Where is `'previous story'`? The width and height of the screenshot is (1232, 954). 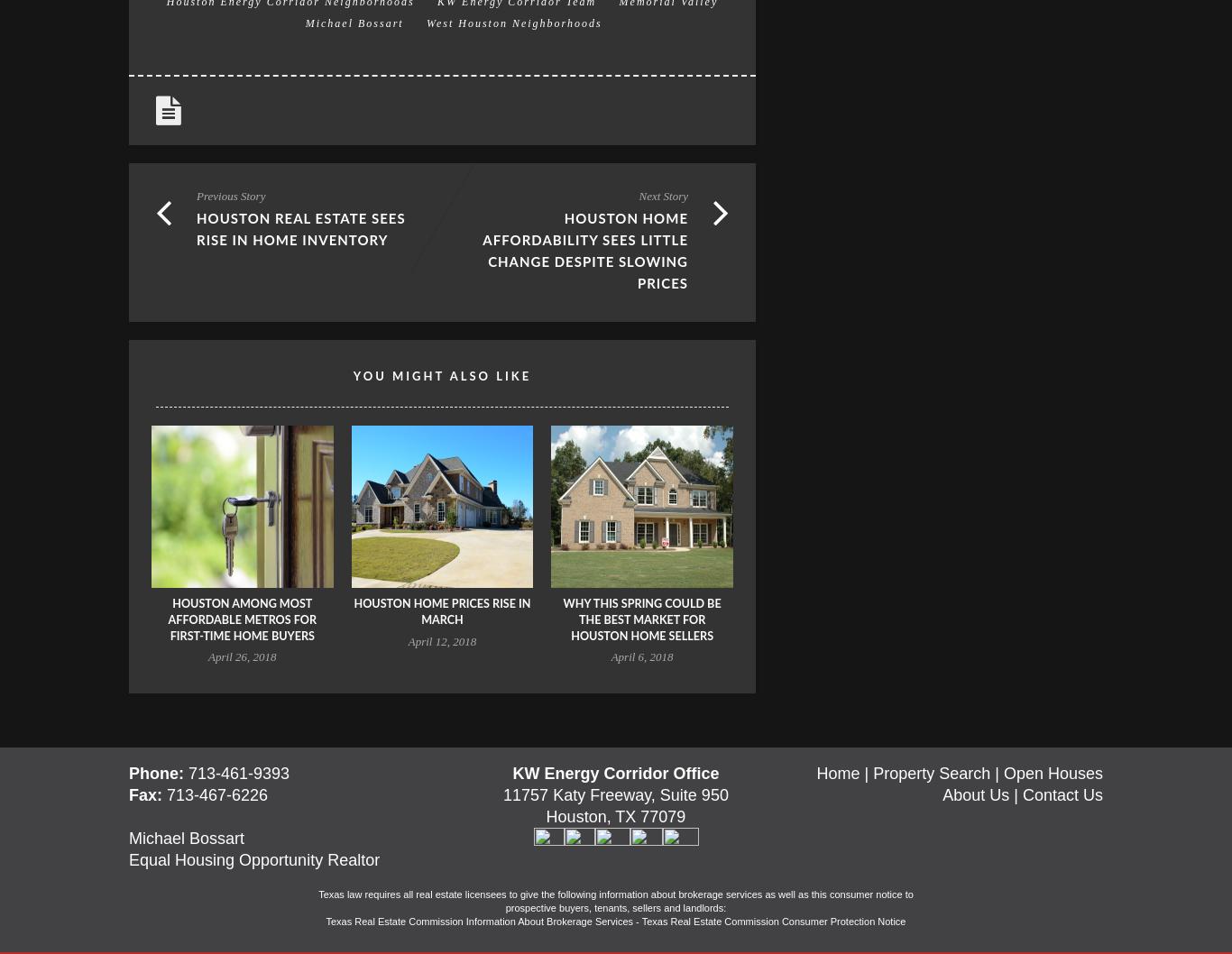
'previous story' is located at coordinates (230, 196).